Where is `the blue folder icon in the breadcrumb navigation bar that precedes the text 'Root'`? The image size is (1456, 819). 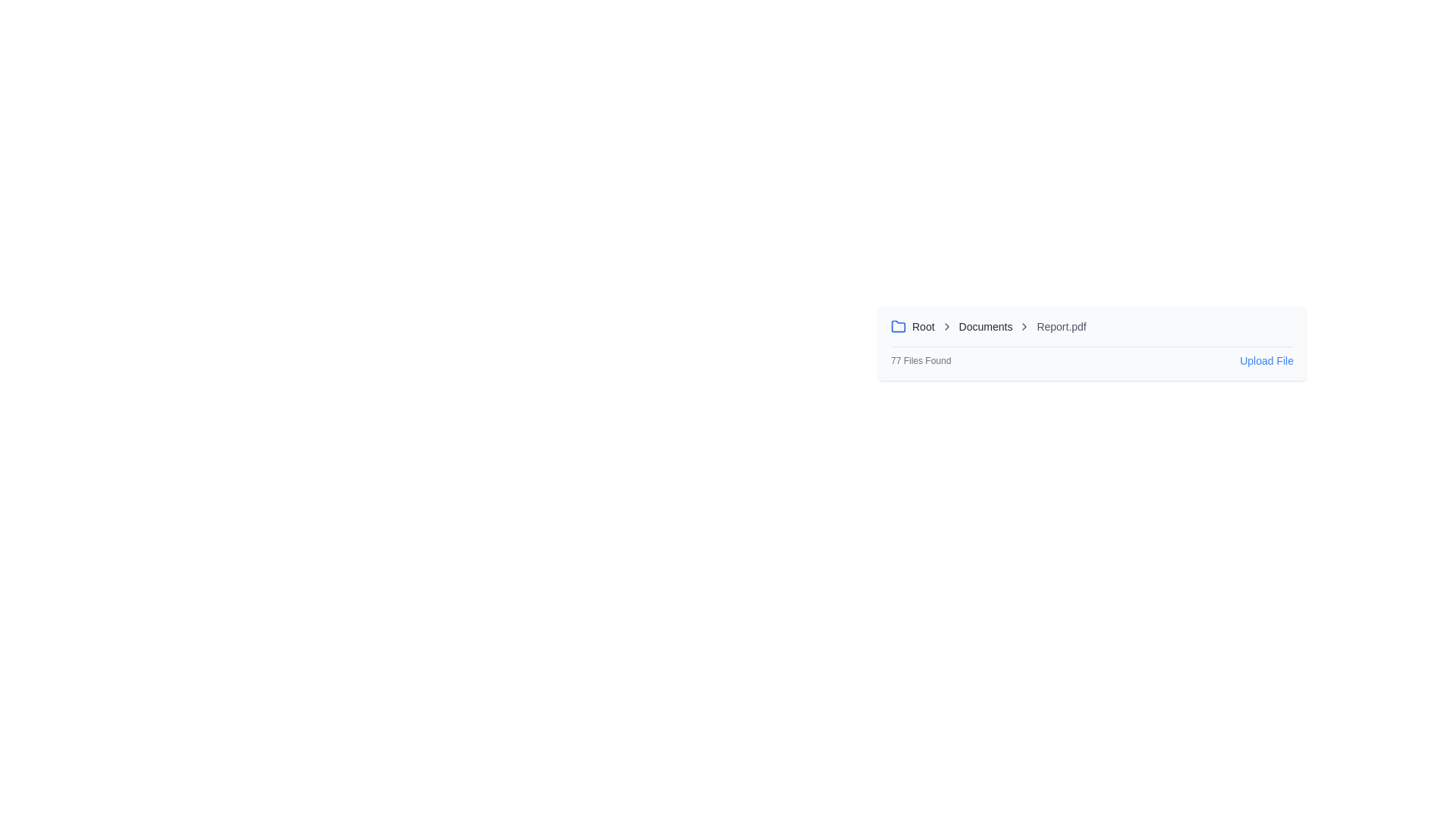 the blue folder icon in the breadcrumb navigation bar that precedes the text 'Root' is located at coordinates (899, 326).